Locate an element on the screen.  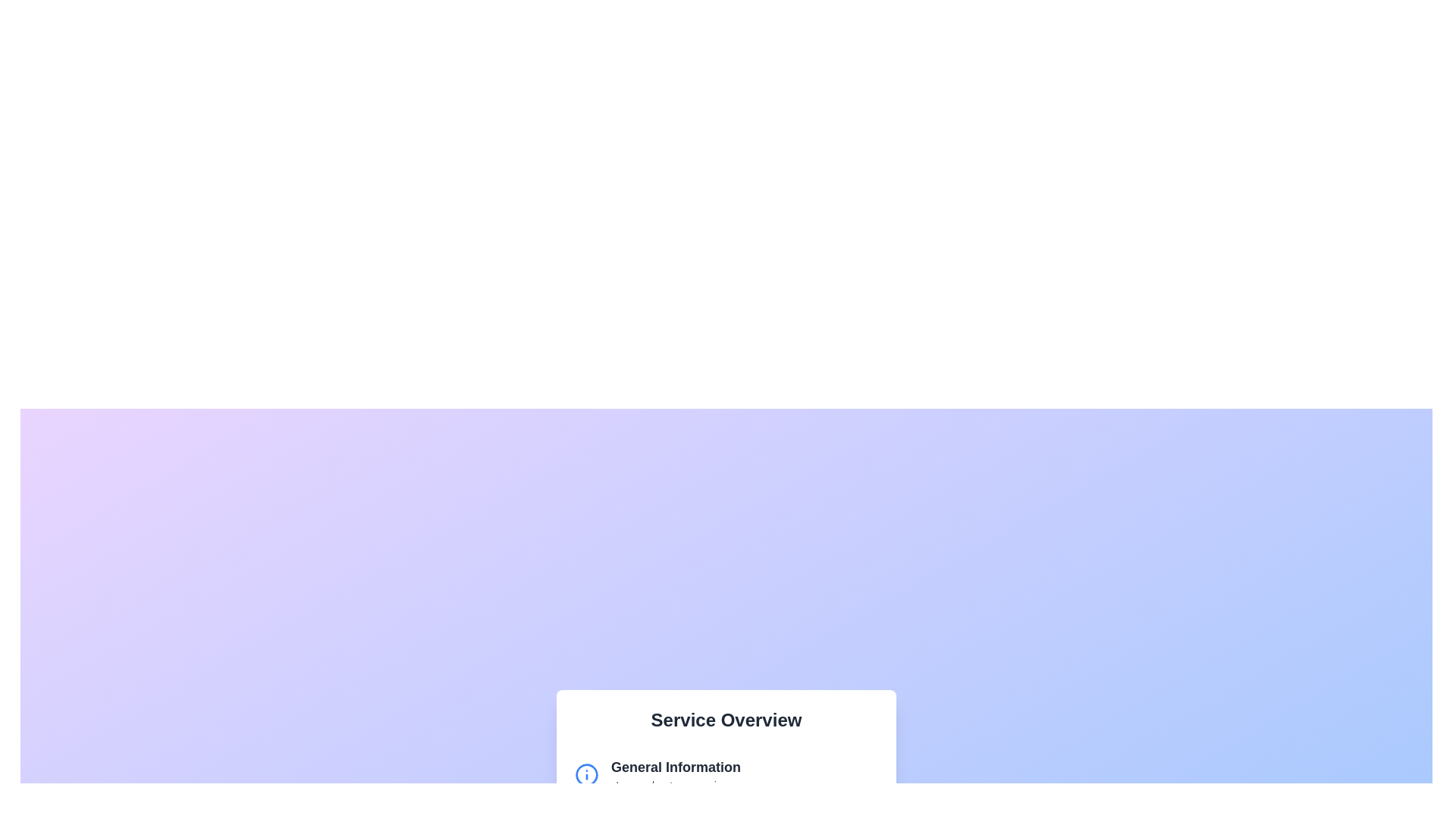
the information icon located to the left of the 'General Information' text under the 'Service Overview' header is located at coordinates (585, 775).